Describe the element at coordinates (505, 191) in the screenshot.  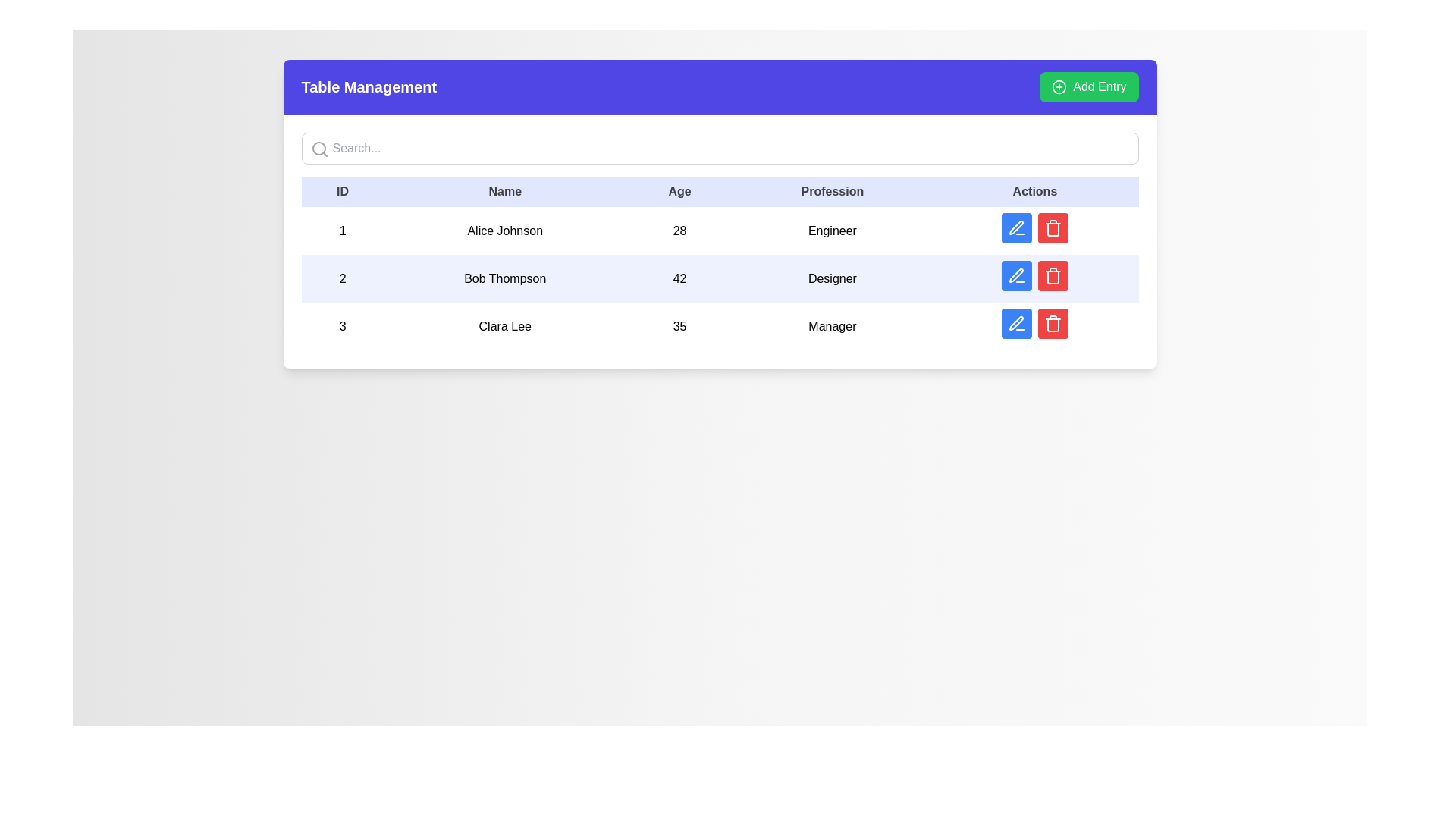
I see `the 'Name' column header in the table, which is the second column header located between the 'ID' and 'Age' headers` at that location.